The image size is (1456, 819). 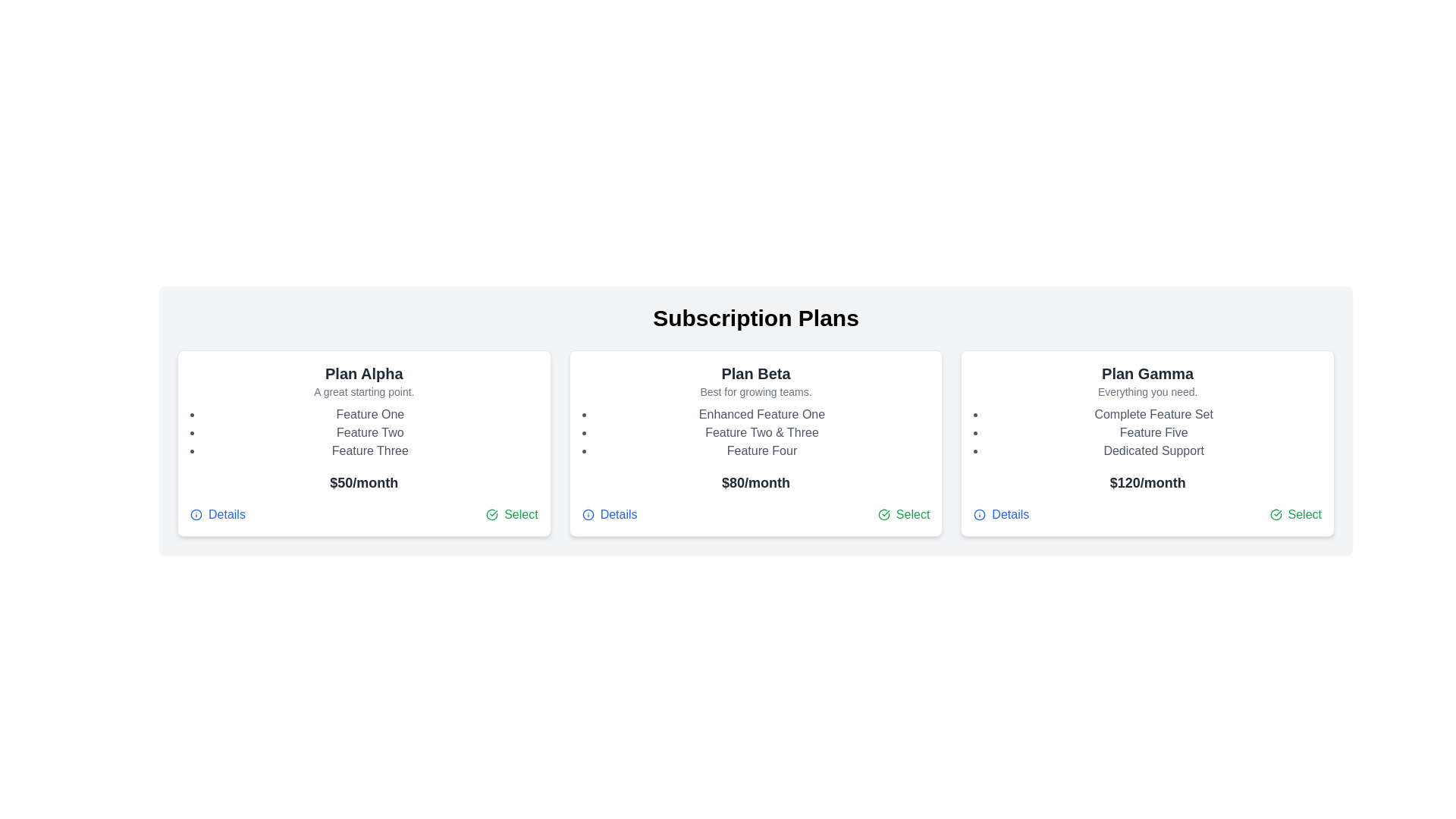 I want to click on information presented in the 'Plan Gamma' subscription Information Card, which is located in the third column of a three-column layout, so click(x=1147, y=444).